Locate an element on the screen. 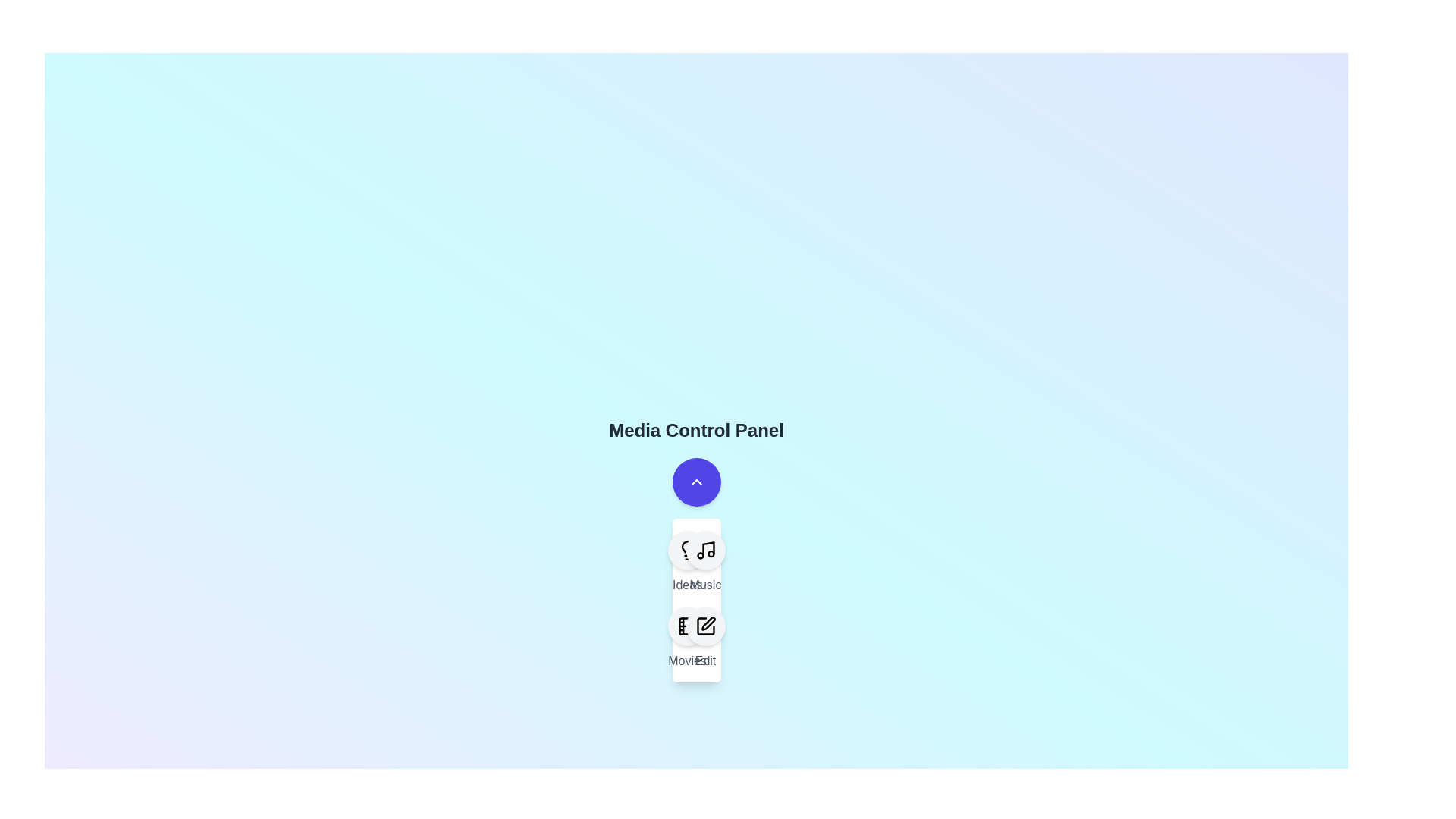 This screenshot has height=819, width=1456. the menu item labeled Ideas is located at coordinates (686, 562).